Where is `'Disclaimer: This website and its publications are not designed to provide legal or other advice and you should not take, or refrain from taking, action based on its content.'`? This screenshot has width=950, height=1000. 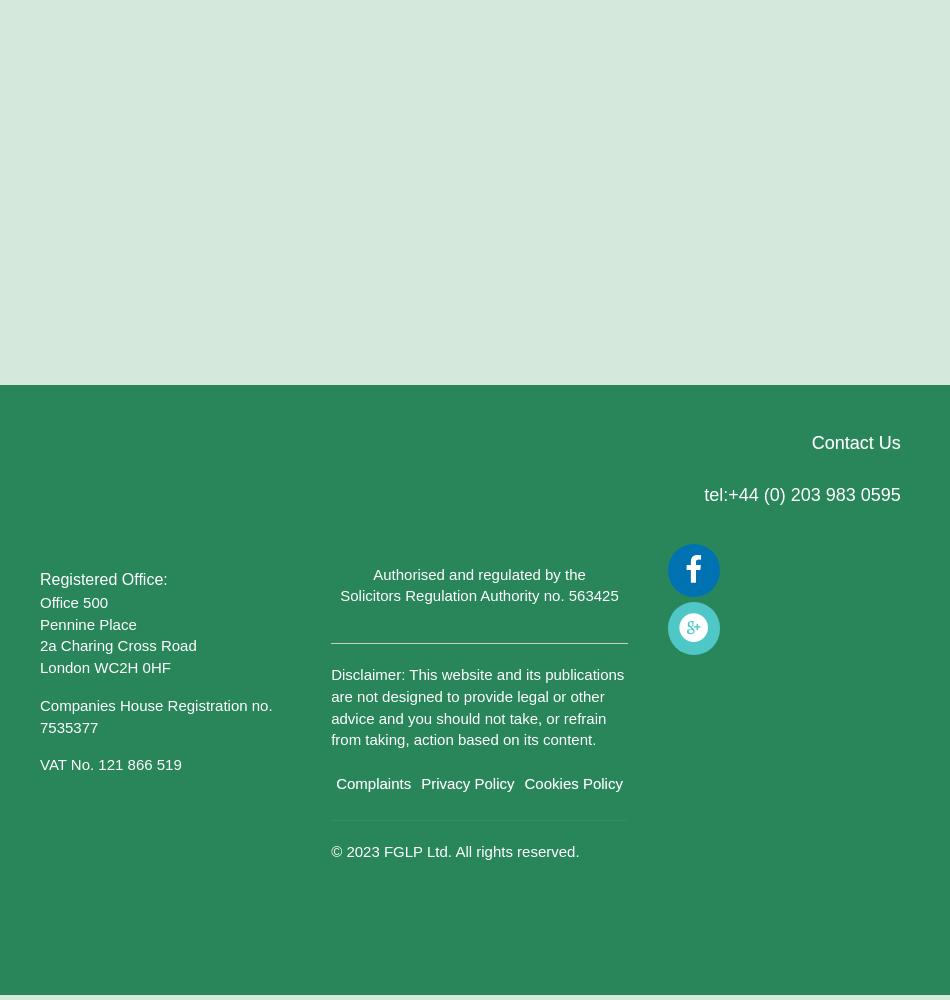 'Disclaimer: This website and its publications are not designed to provide legal or other advice and you should not take, or refrain from taking, action based on its content.' is located at coordinates (329, 706).